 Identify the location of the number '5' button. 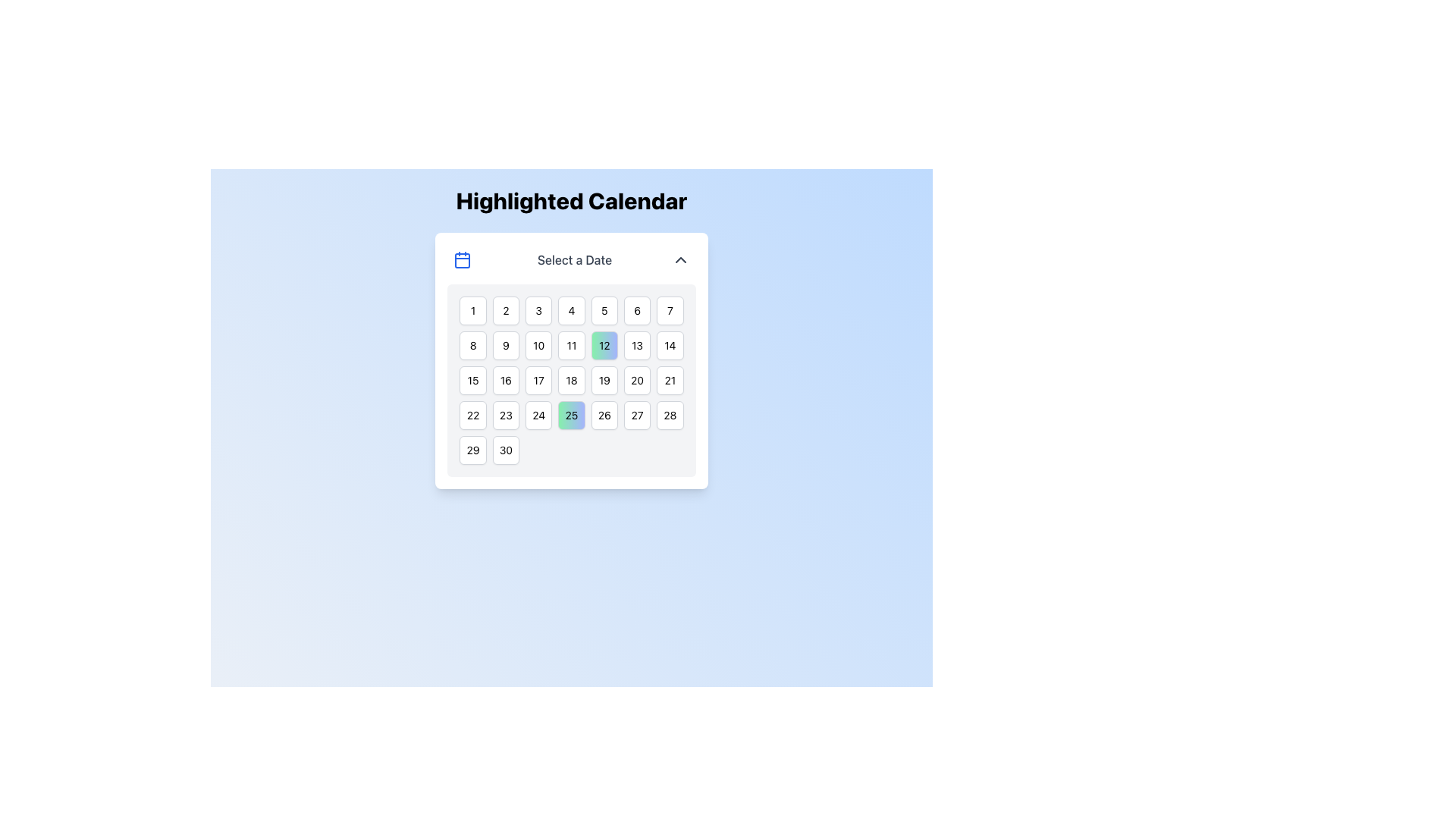
(604, 309).